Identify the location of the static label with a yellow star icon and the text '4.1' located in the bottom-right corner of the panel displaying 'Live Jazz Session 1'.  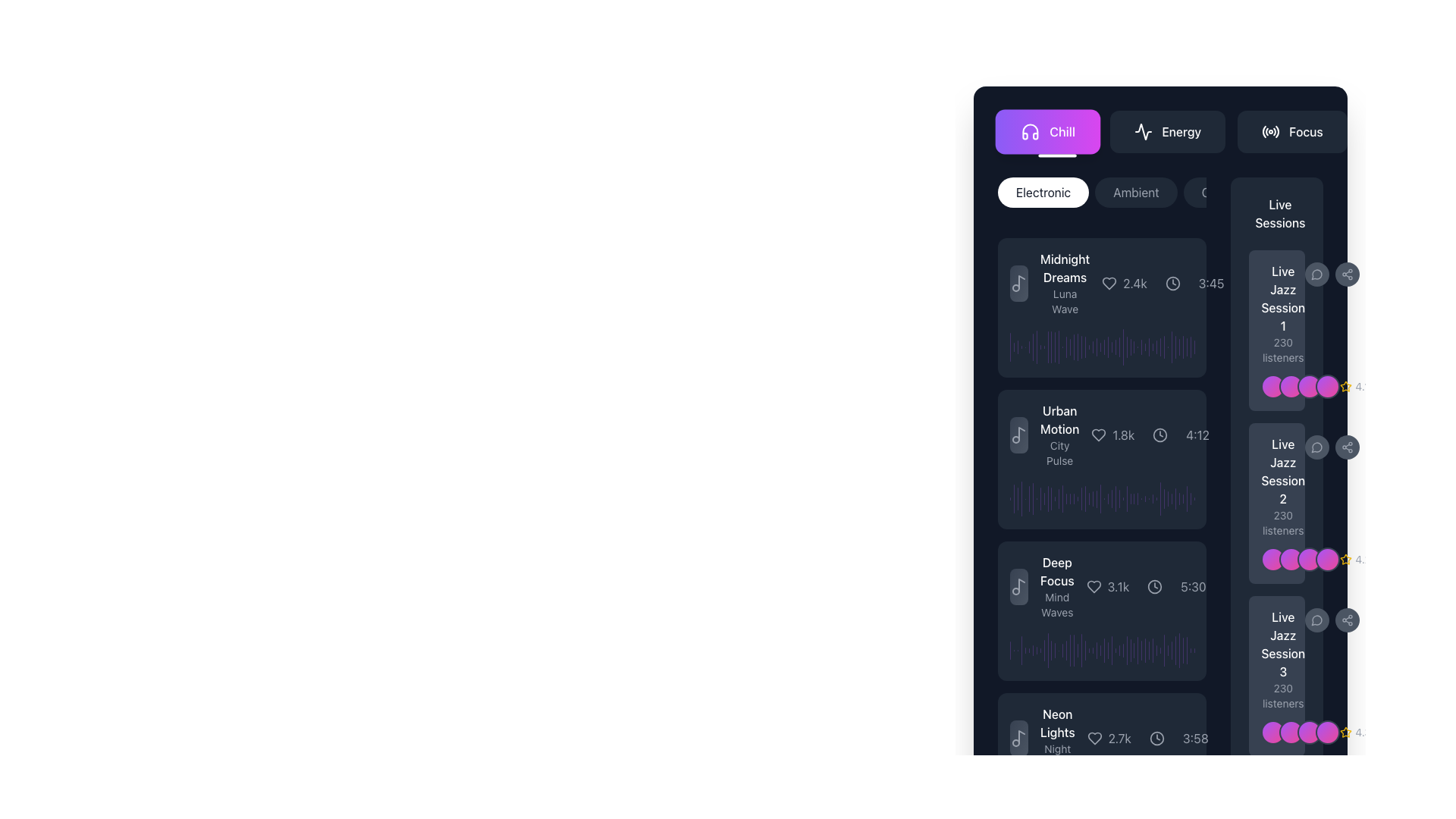
(1354, 385).